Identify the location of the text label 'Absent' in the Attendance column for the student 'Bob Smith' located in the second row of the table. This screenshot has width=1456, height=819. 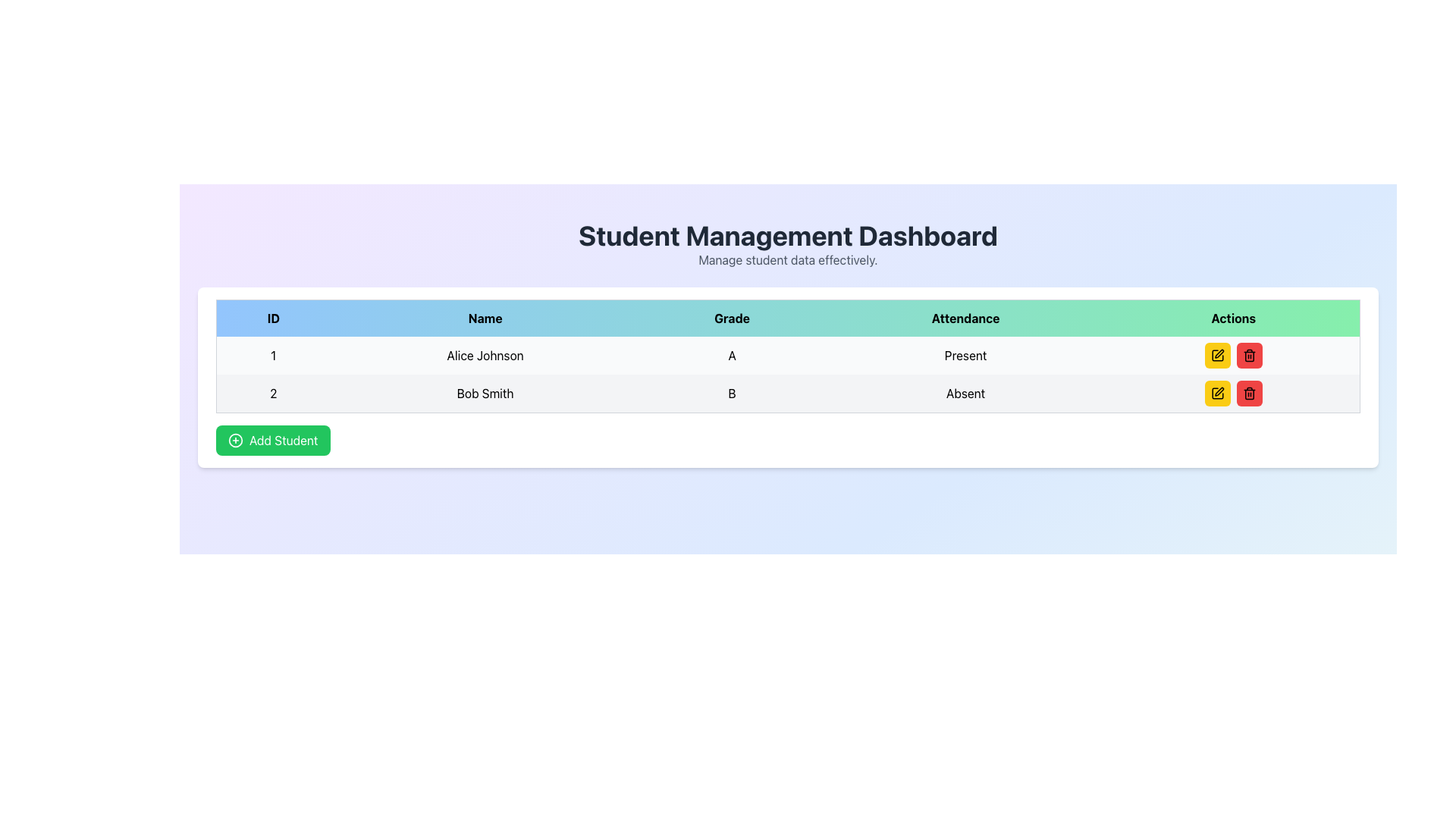
(965, 393).